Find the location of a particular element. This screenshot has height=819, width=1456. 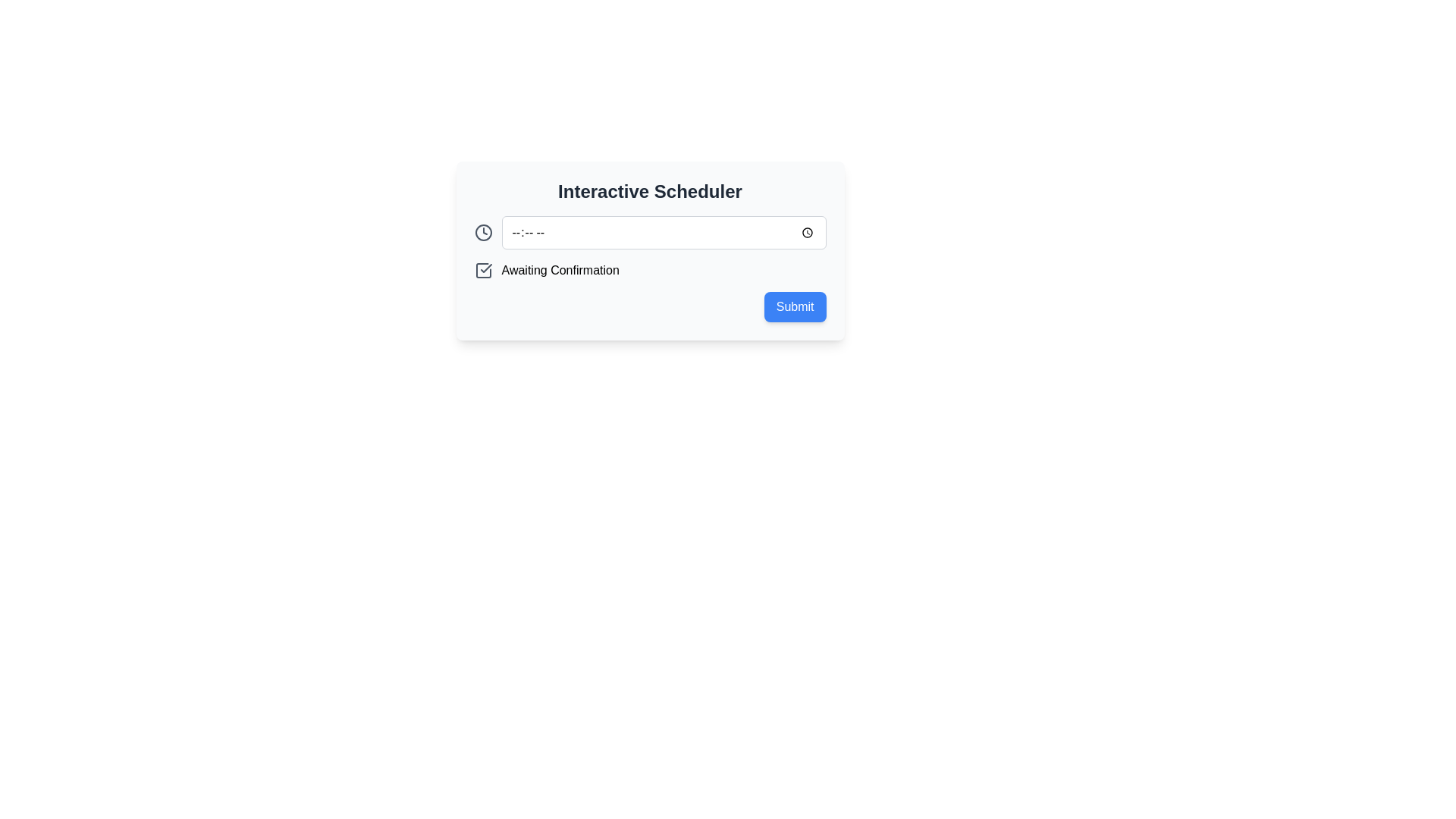

the checkmark icon, which is a minimalist tick mark located below the text field and aligned with the 'Awaiting Confirmation' label is located at coordinates (486, 268).